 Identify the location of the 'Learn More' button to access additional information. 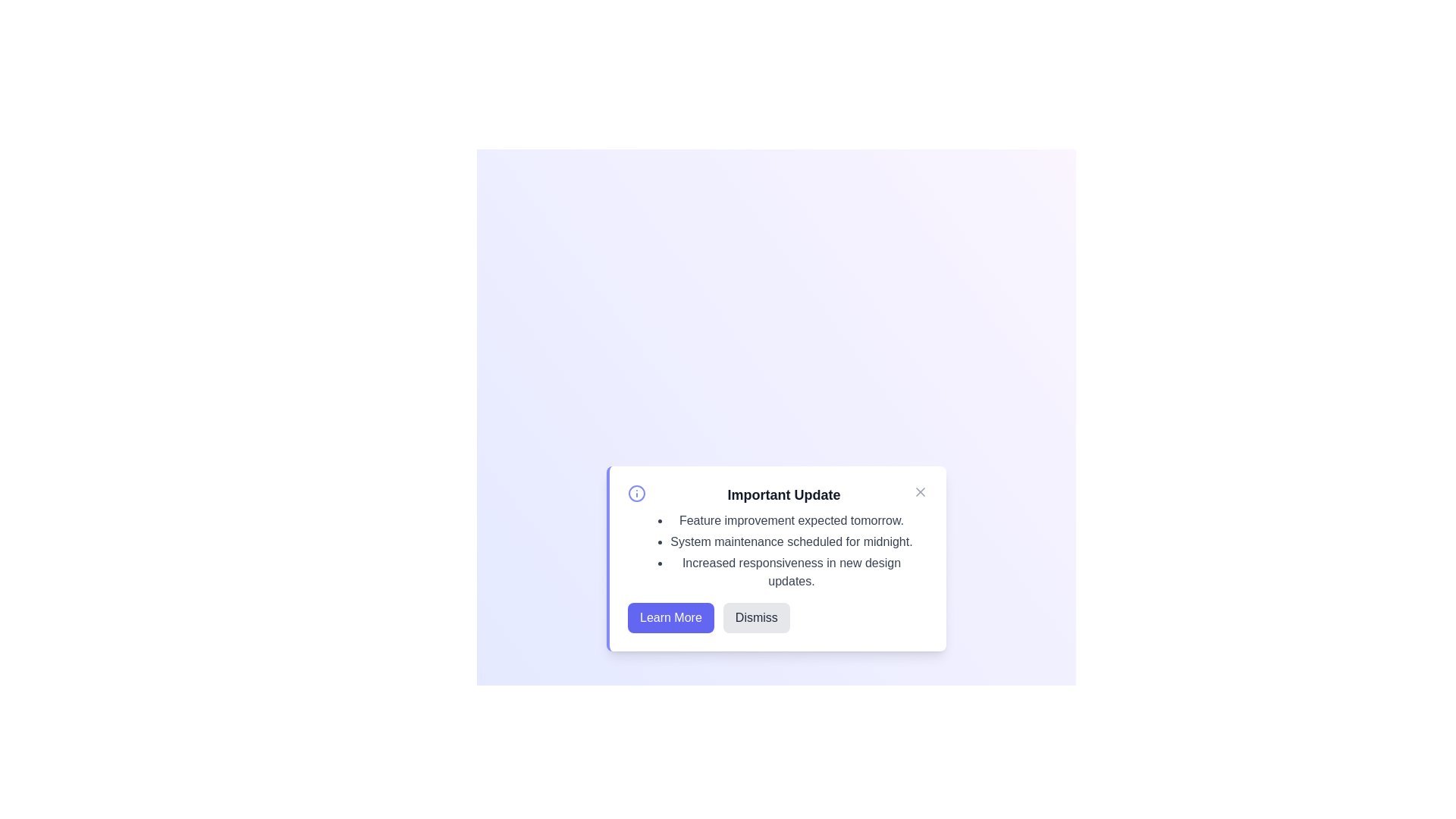
(670, 617).